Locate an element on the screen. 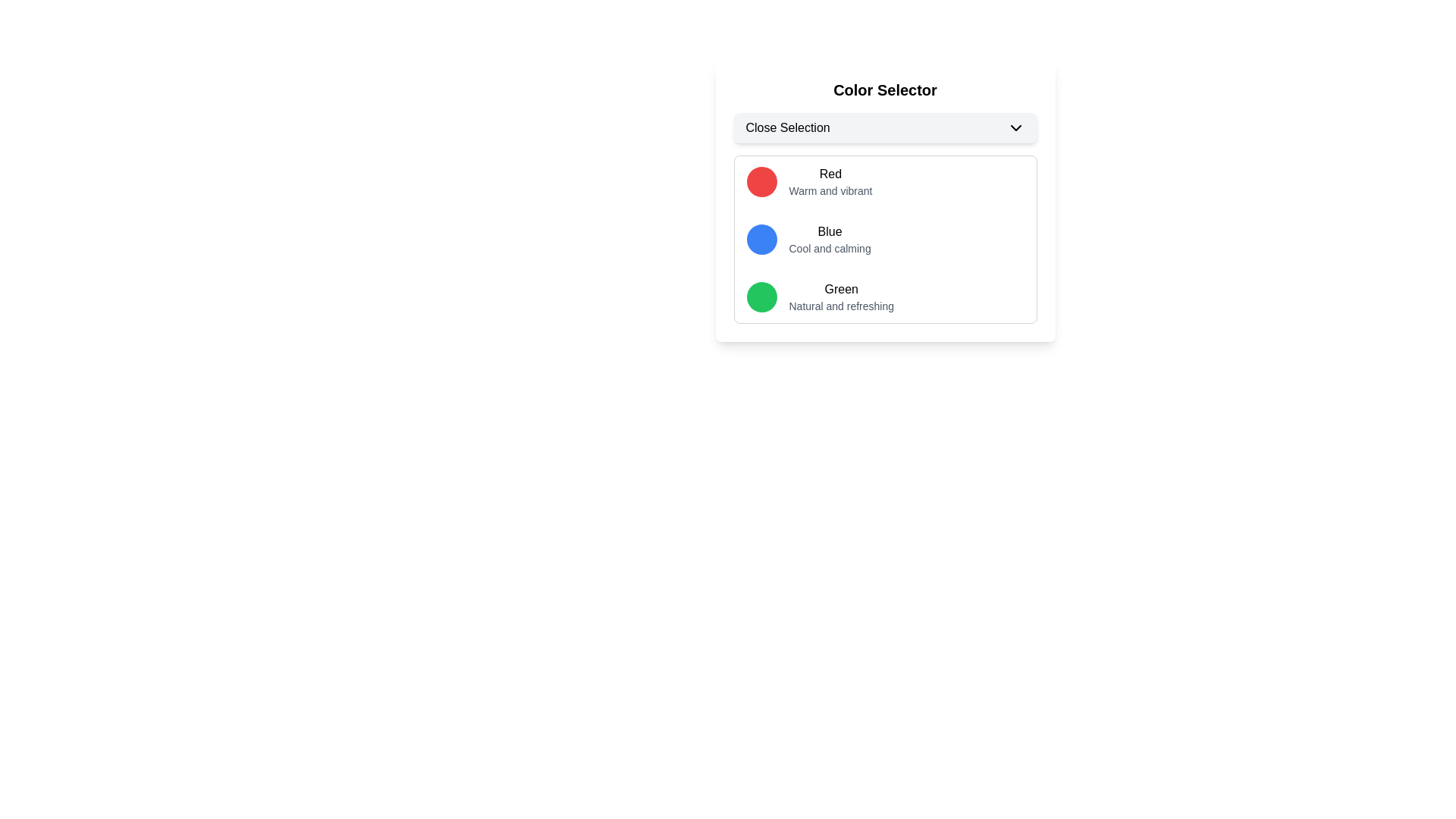 Image resolution: width=1456 pixels, height=819 pixels. text label and description for the 'Blue' color option, which is located in the second row of the Color Selector section, to the right of the circular blue indicator is located at coordinates (829, 239).